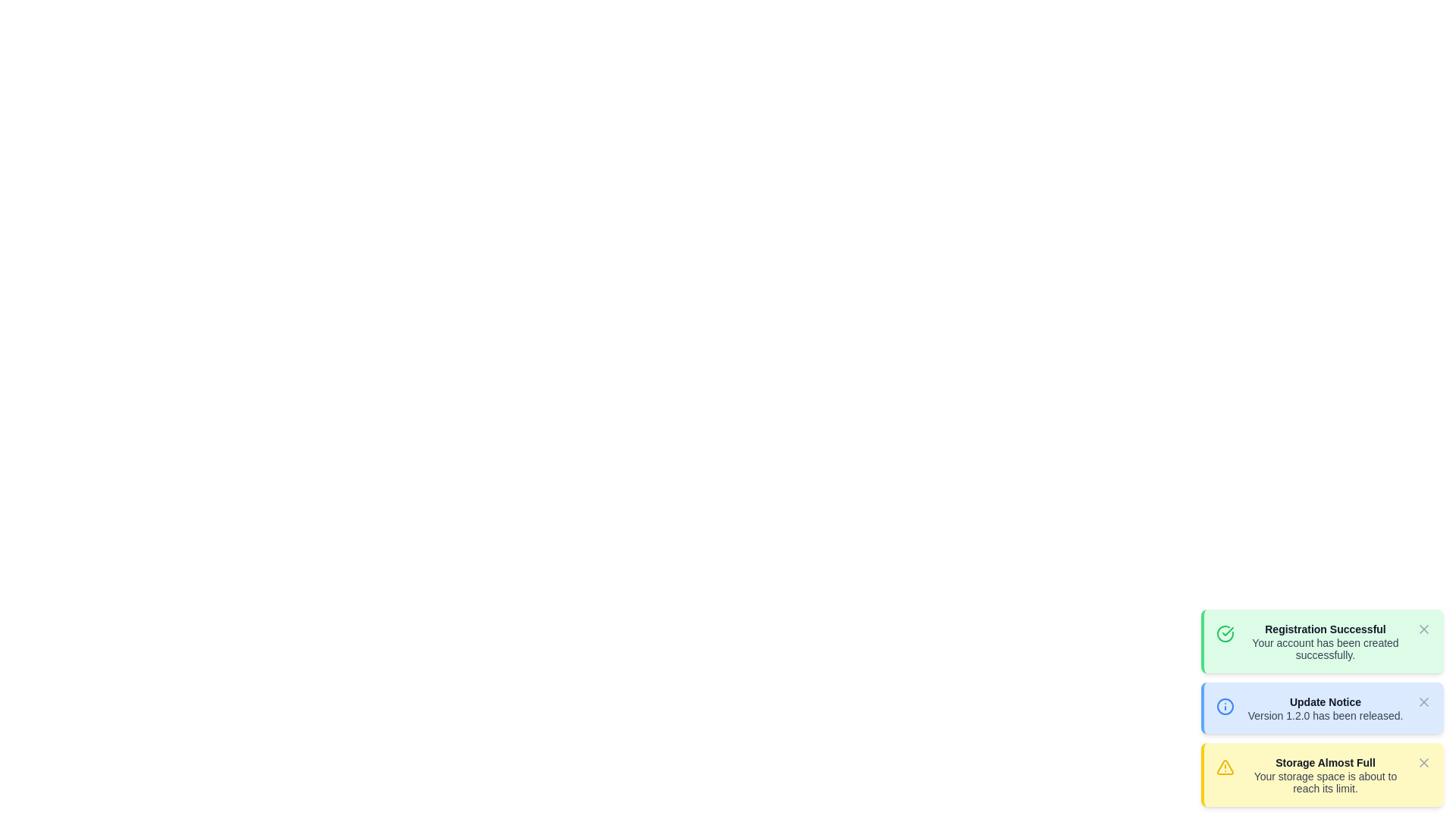 The width and height of the screenshot is (1456, 819). Describe the element at coordinates (1225, 767) in the screenshot. I see `the warning icon indicating that storage is nearing its limit, located in the yellow box with the text 'Storage Almost Full.'` at that location.